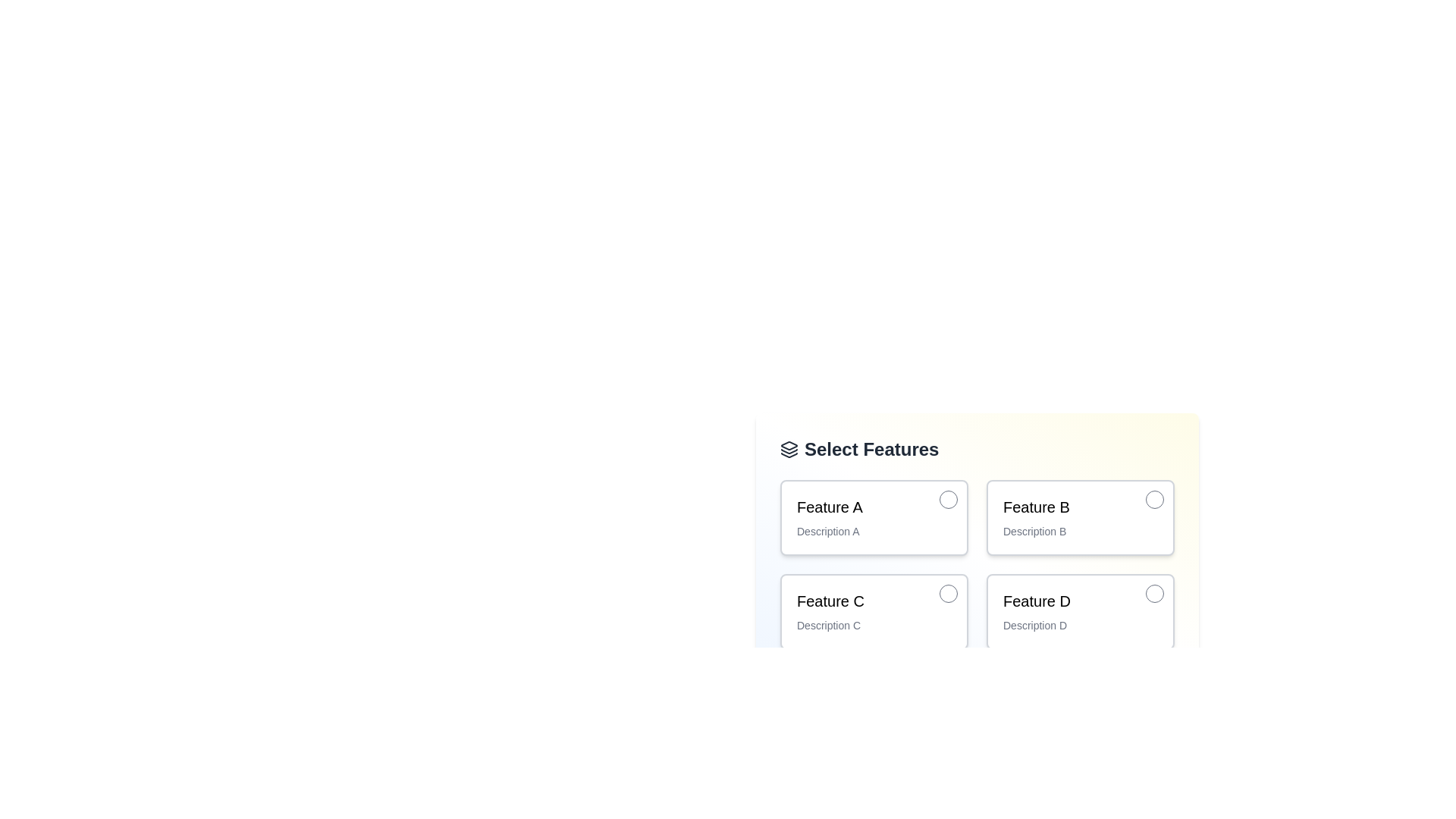  Describe the element at coordinates (789, 444) in the screenshot. I see `the stylized icon resembling a layered structure located in the top-left corner of the 'Select Features' section` at that location.